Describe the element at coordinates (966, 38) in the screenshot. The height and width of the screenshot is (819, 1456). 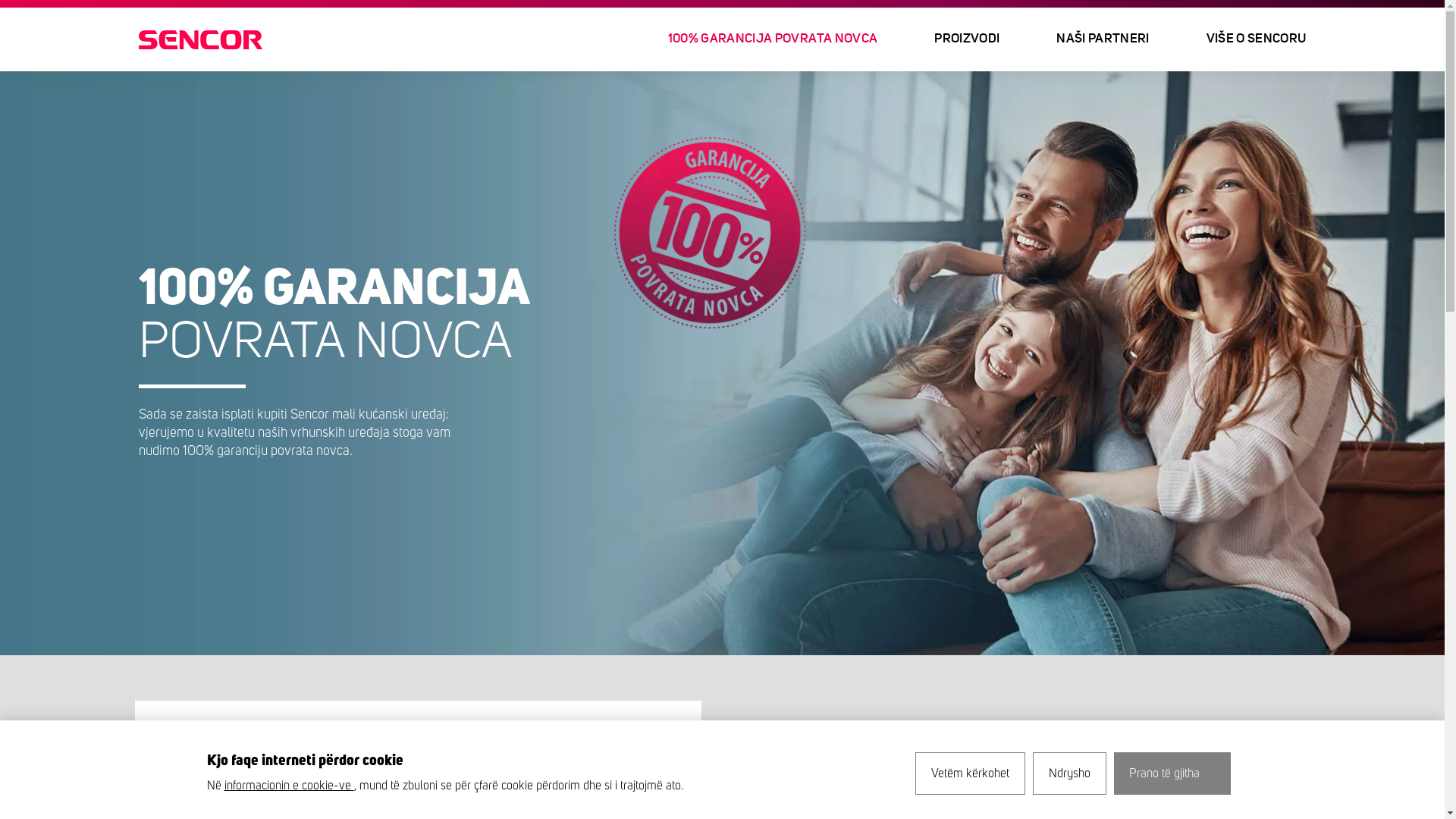
I see `'PROIZVODI'` at that location.